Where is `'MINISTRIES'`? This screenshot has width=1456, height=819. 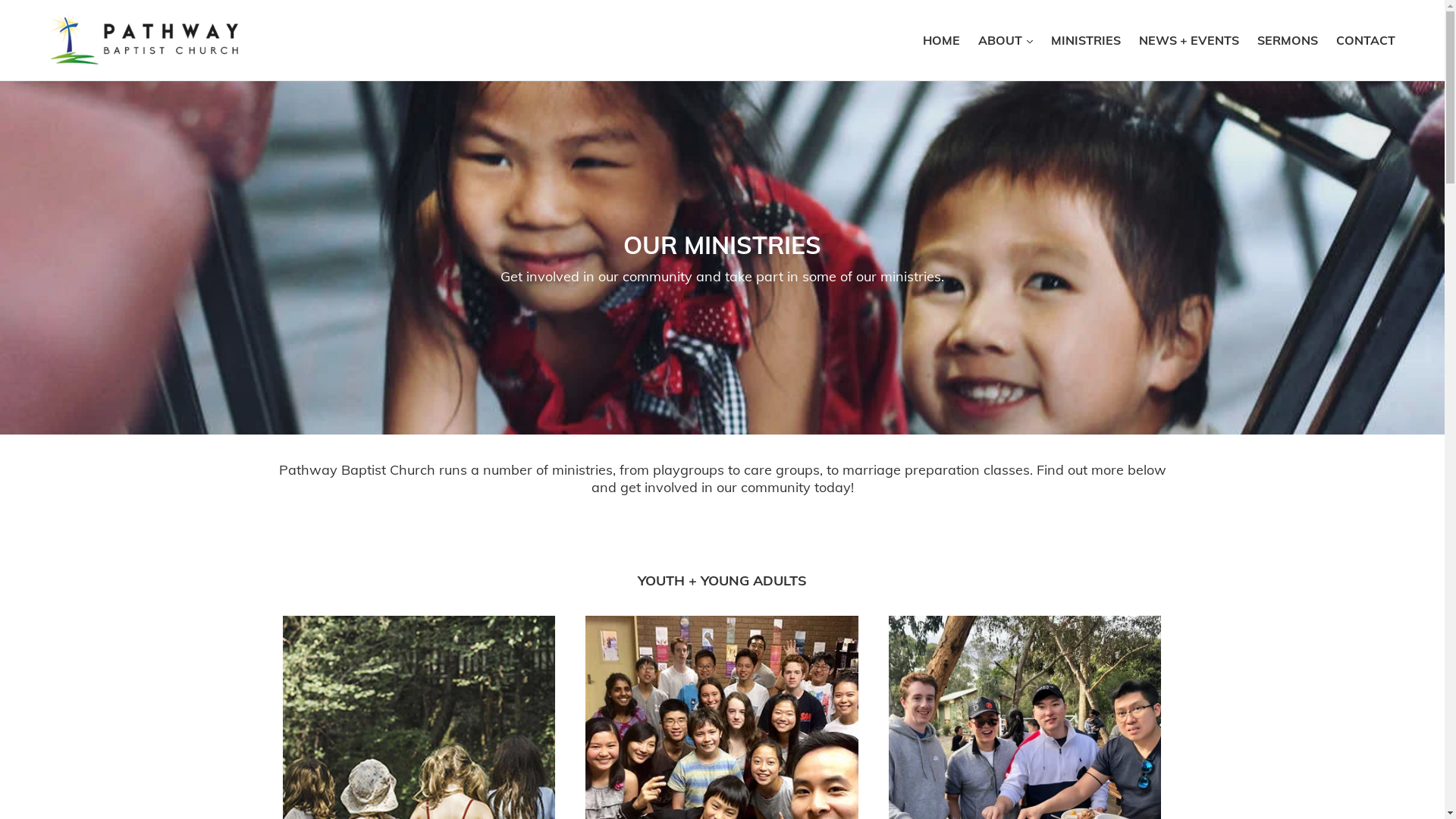 'MINISTRIES' is located at coordinates (1084, 39).